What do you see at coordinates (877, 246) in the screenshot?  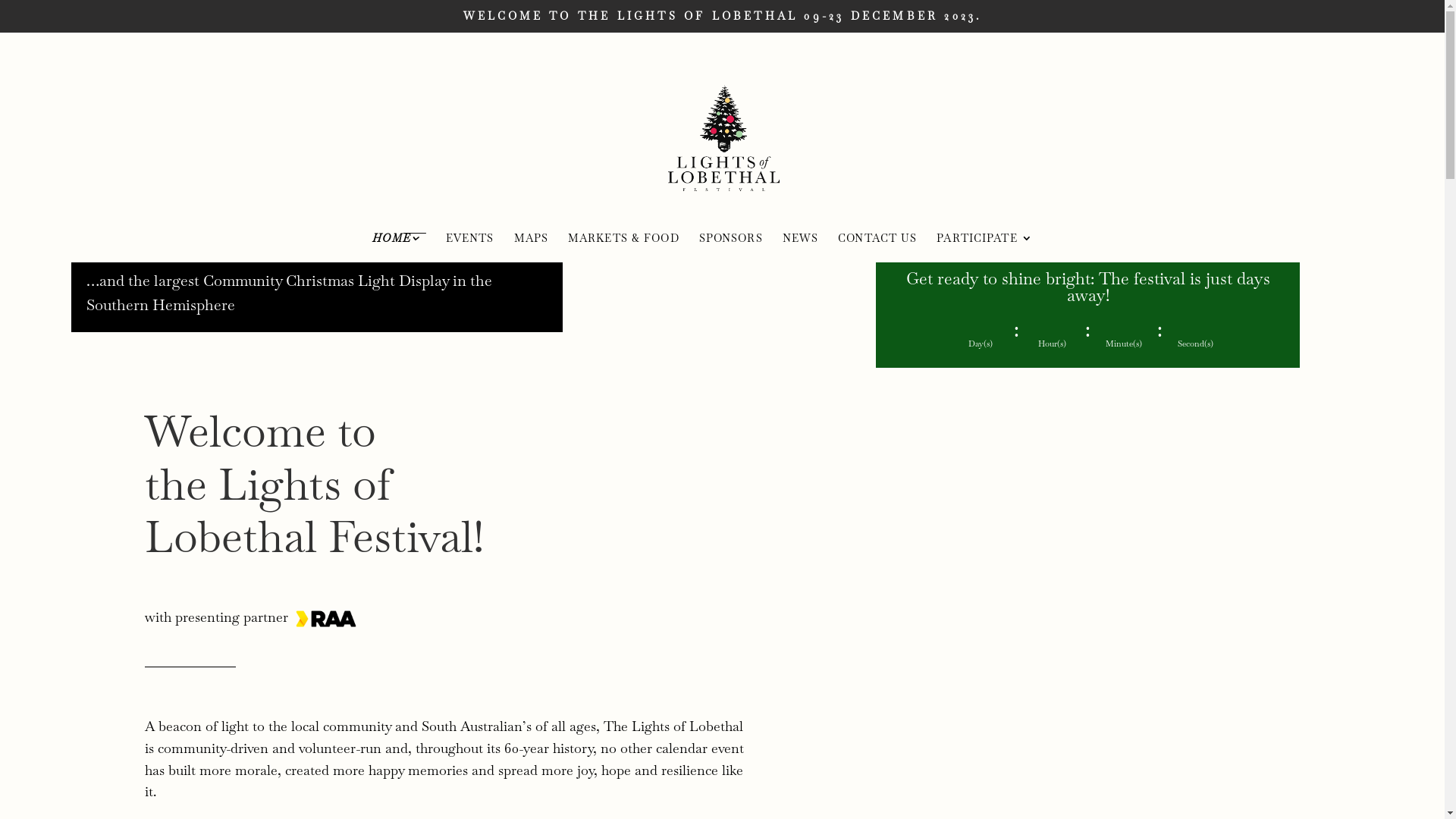 I see `'CONTACT US'` at bounding box center [877, 246].